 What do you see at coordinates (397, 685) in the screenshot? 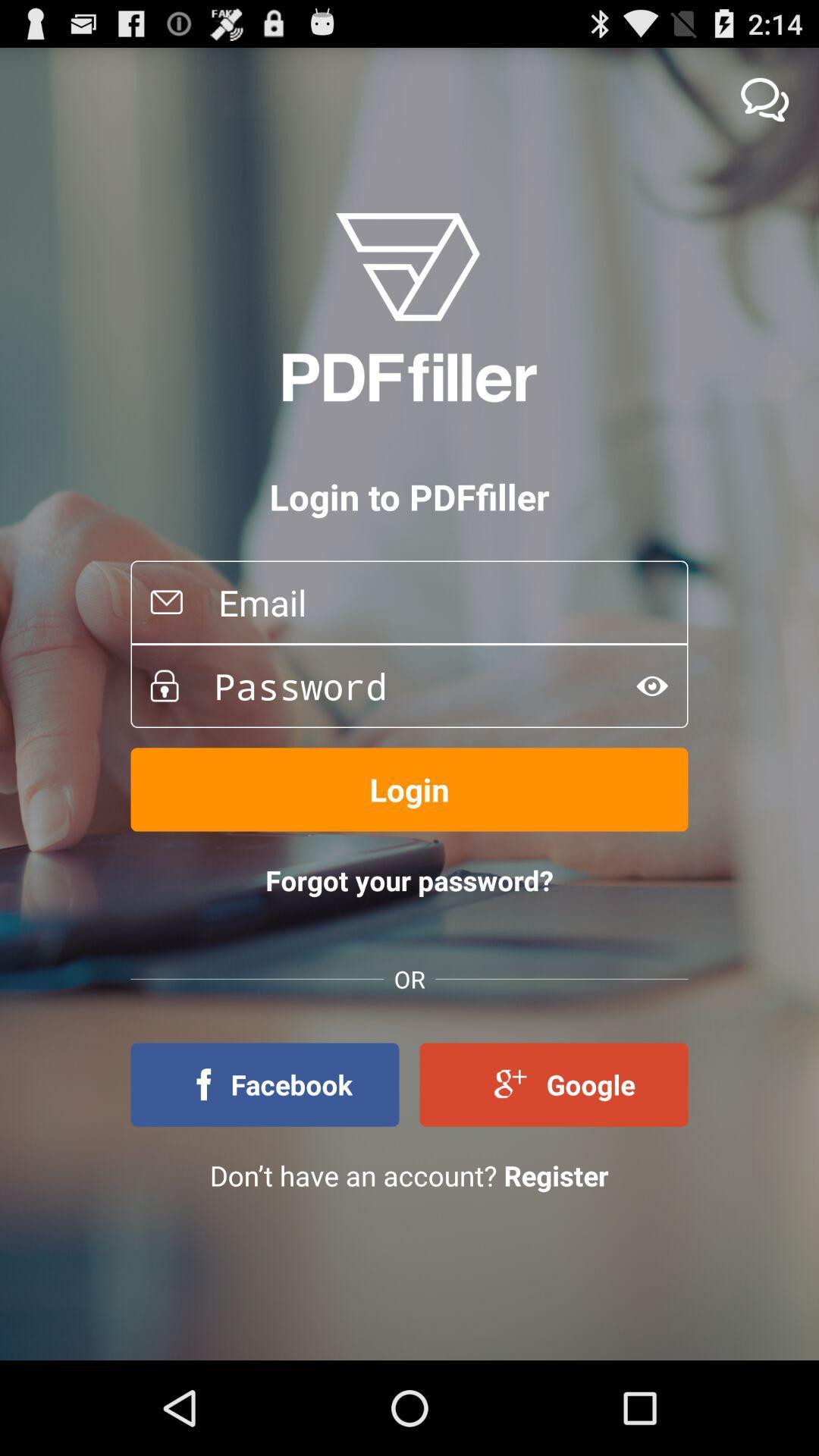
I see `password option` at bounding box center [397, 685].